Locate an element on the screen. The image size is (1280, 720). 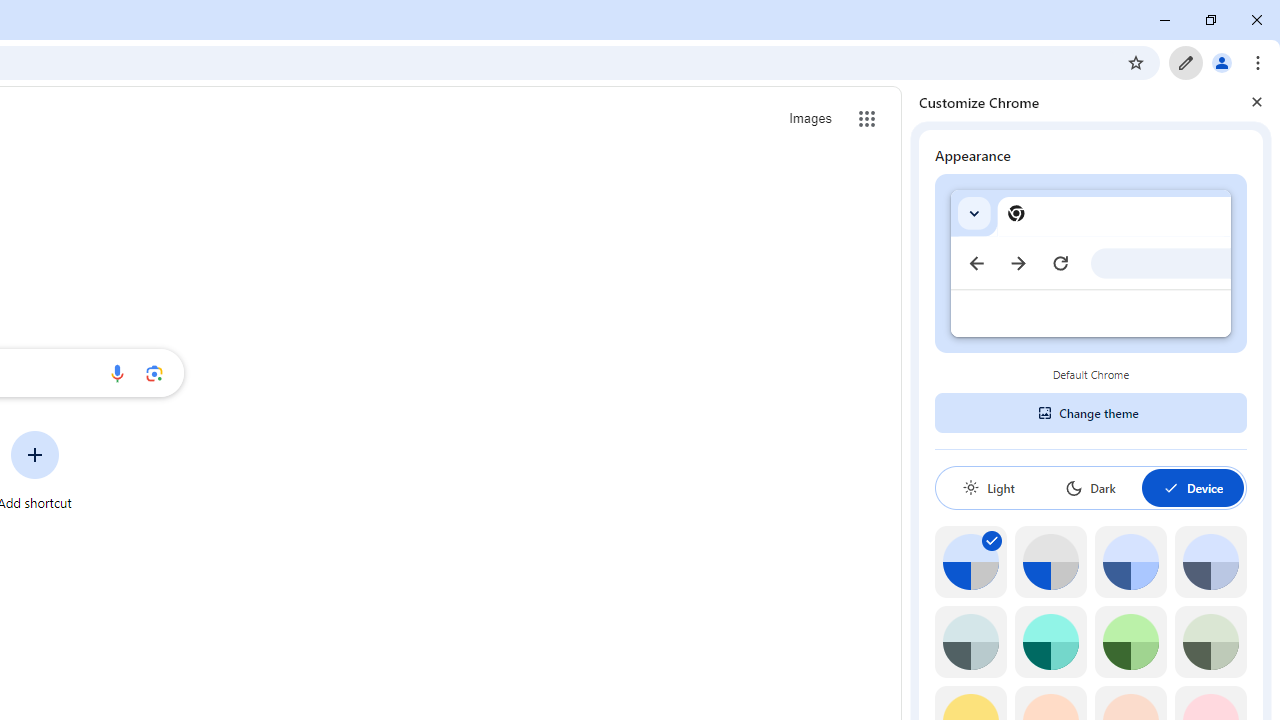
'Green' is located at coordinates (1130, 642).